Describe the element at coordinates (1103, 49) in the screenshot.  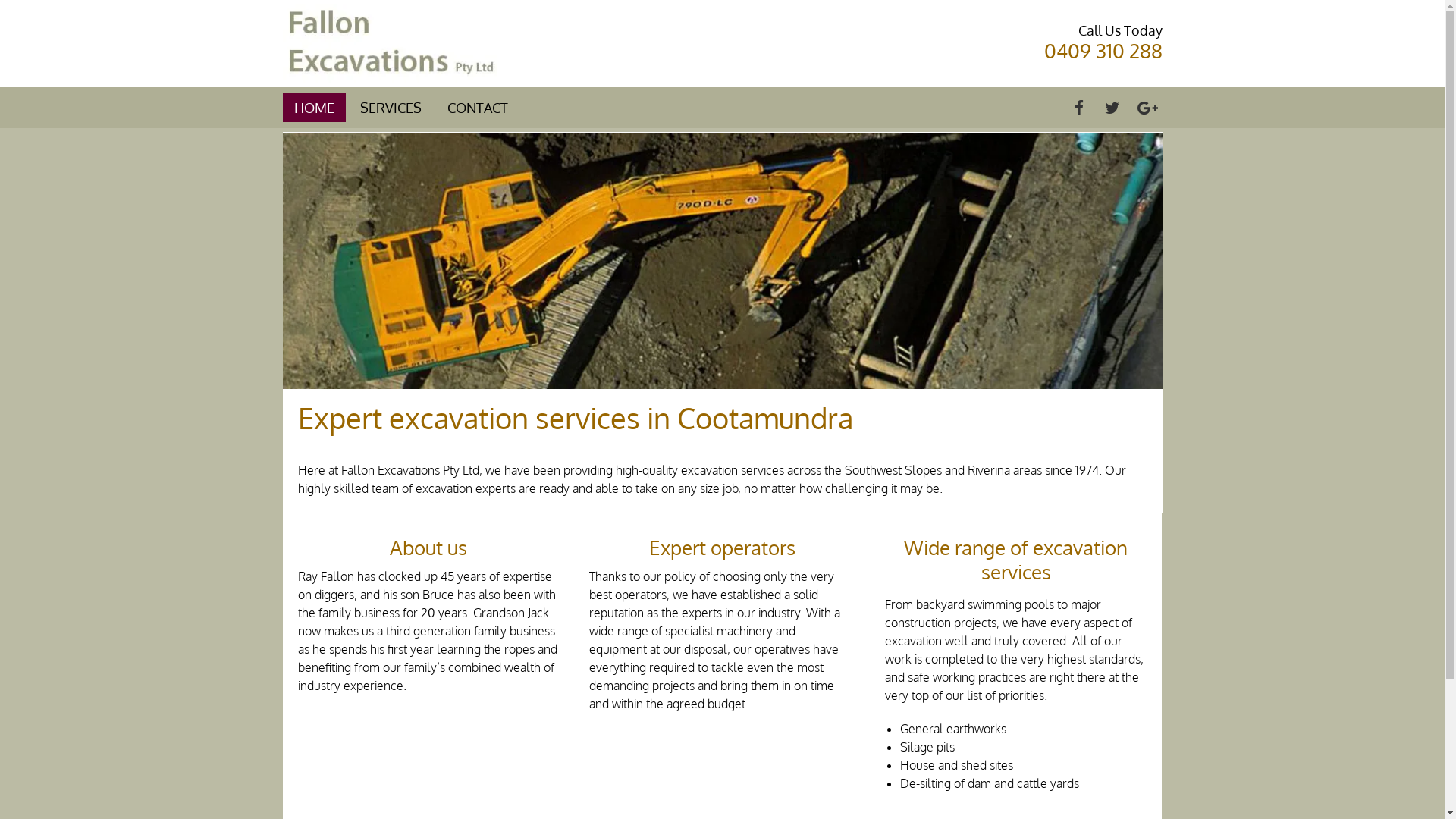
I see `'0409 310 288'` at that location.